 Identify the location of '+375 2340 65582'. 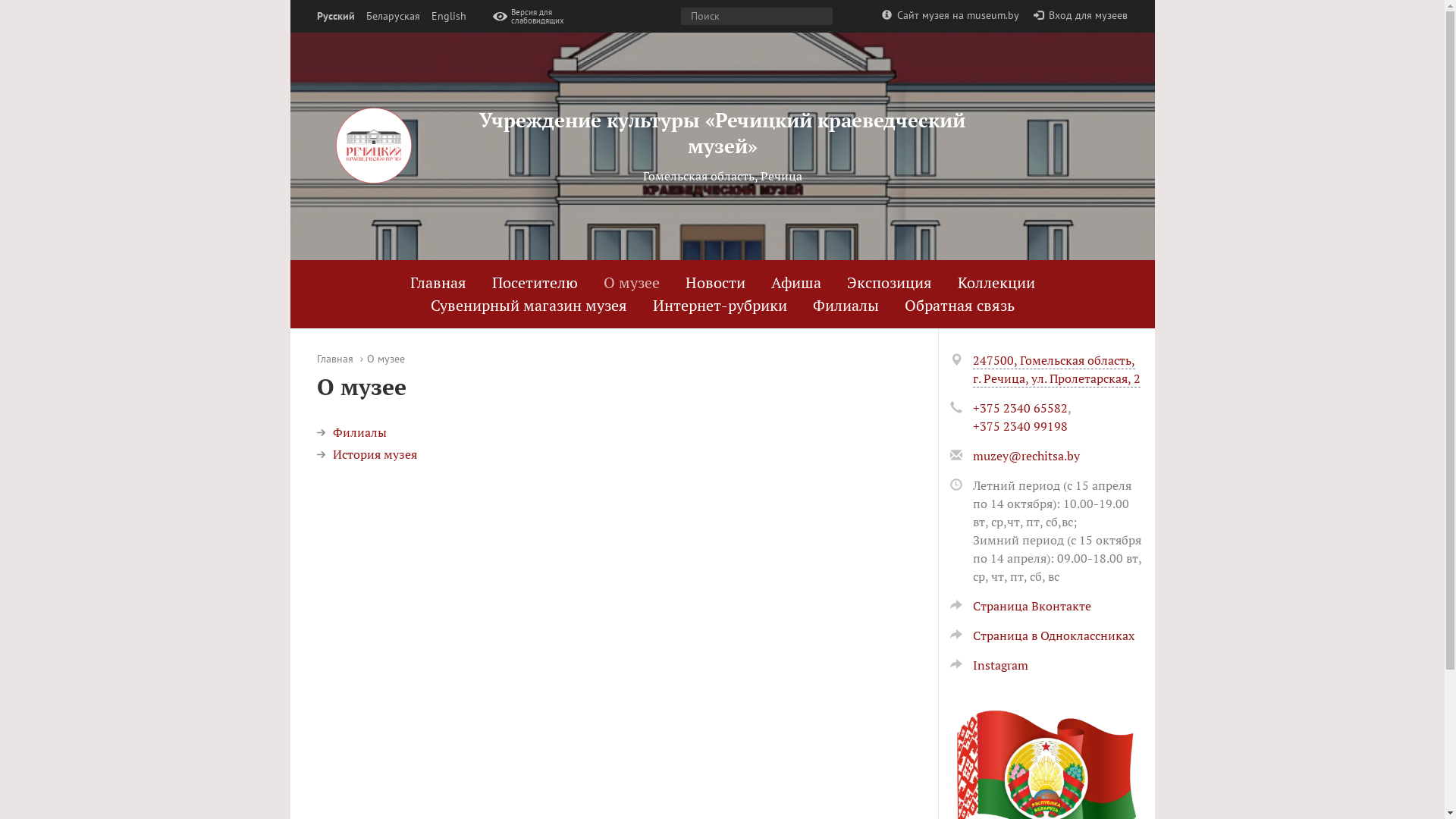
(1019, 406).